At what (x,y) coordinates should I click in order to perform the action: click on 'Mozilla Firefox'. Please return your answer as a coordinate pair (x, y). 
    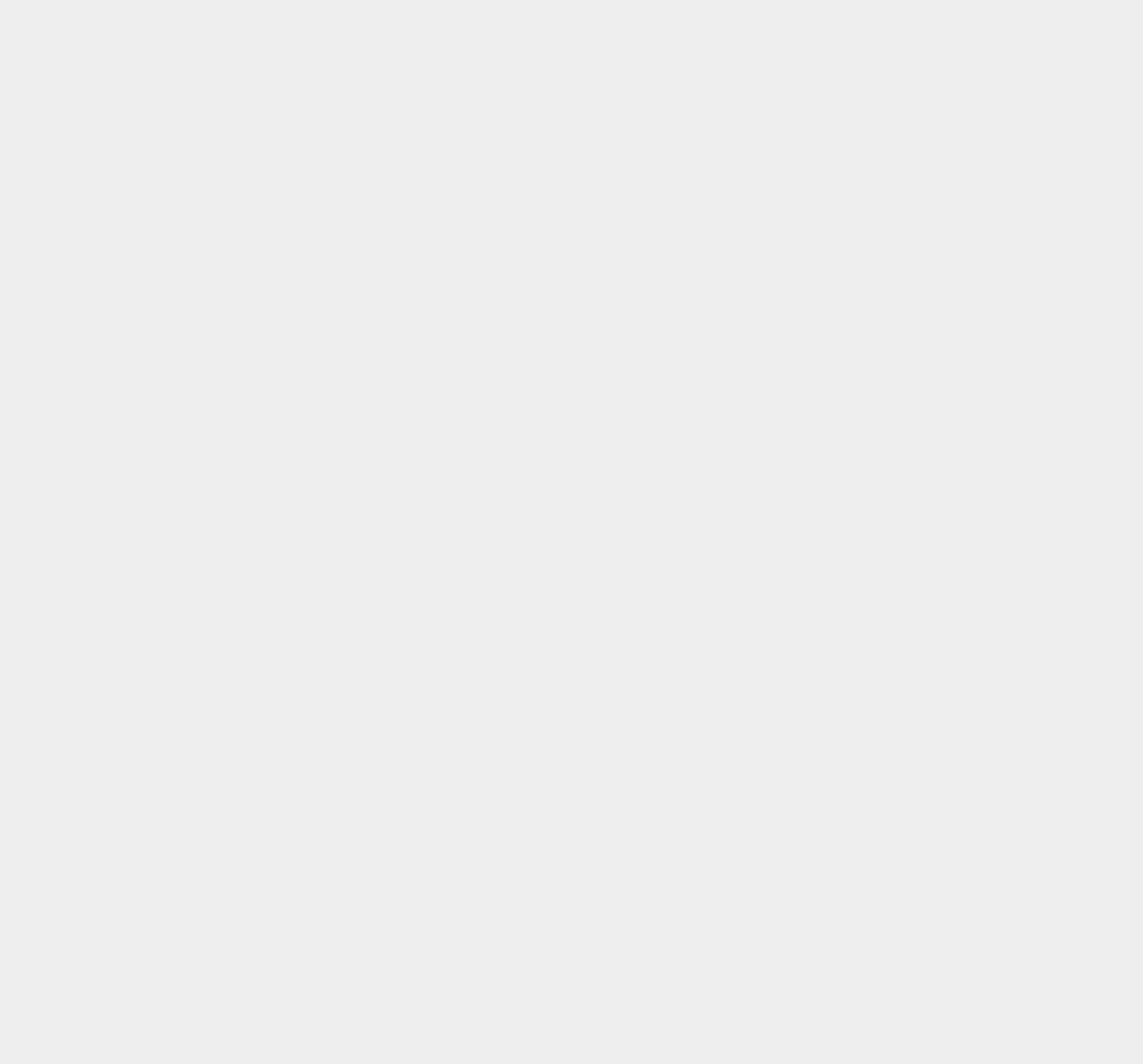
    Looking at the image, I should click on (852, 786).